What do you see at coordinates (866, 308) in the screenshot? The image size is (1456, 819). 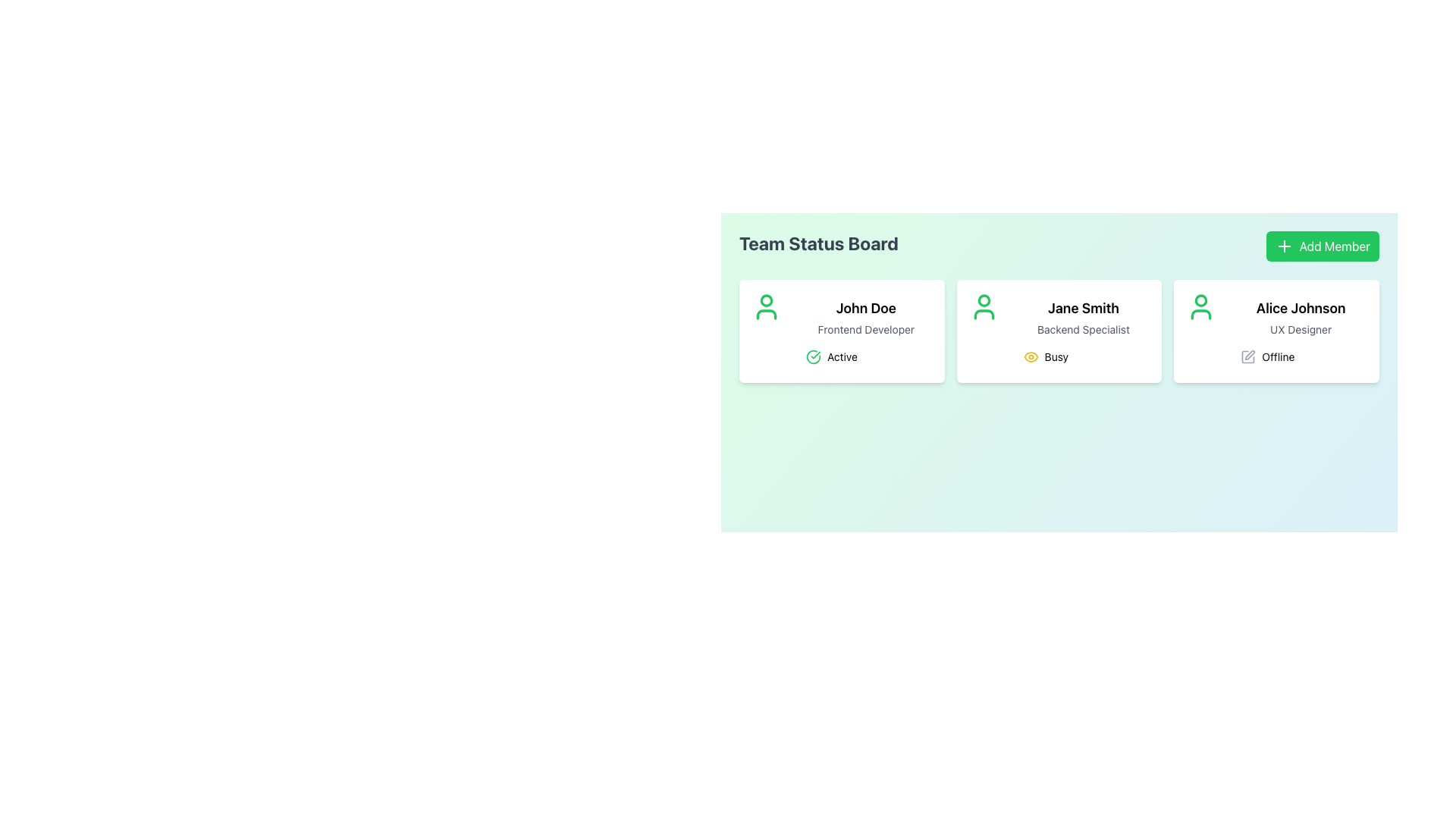 I see `the text label displaying 'John Doe', which is styled in bold and larger font, located at the top of the first card in a horizontally aligned set of cards` at bounding box center [866, 308].